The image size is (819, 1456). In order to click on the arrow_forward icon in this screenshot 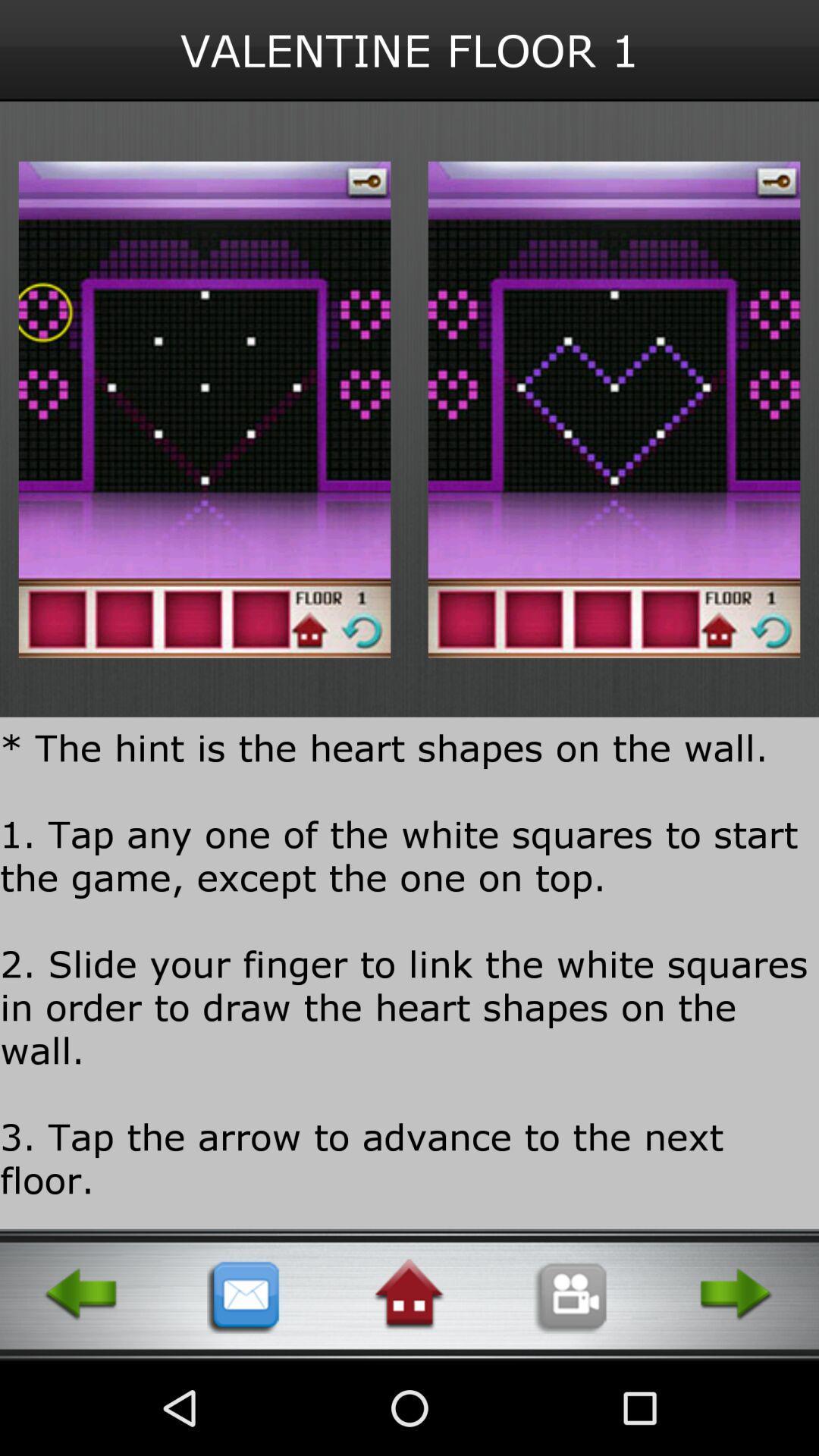, I will do `click(736, 1385)`.